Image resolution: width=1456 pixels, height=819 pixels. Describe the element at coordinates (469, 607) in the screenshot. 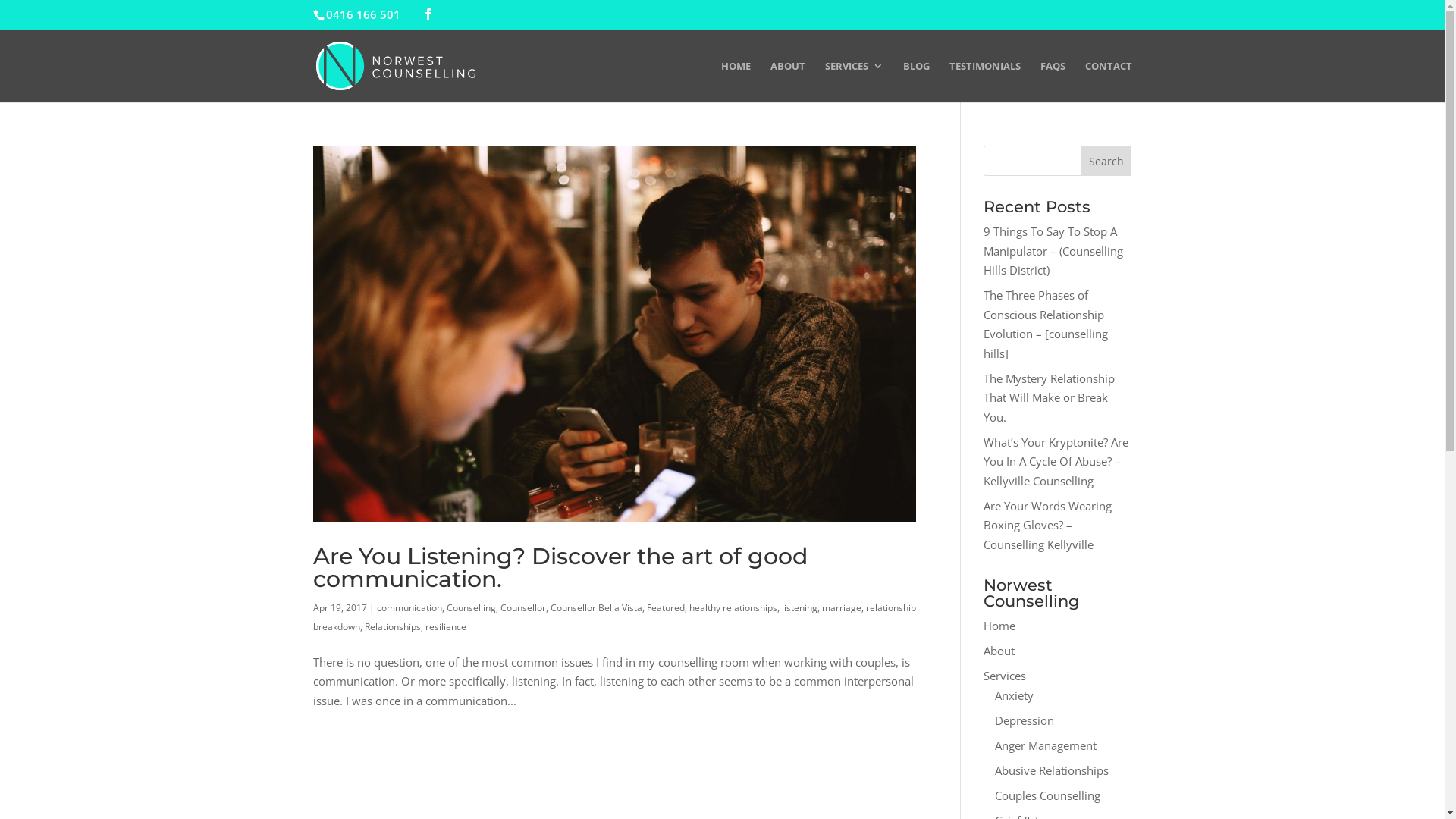

I see `'Counselling'` at that location.